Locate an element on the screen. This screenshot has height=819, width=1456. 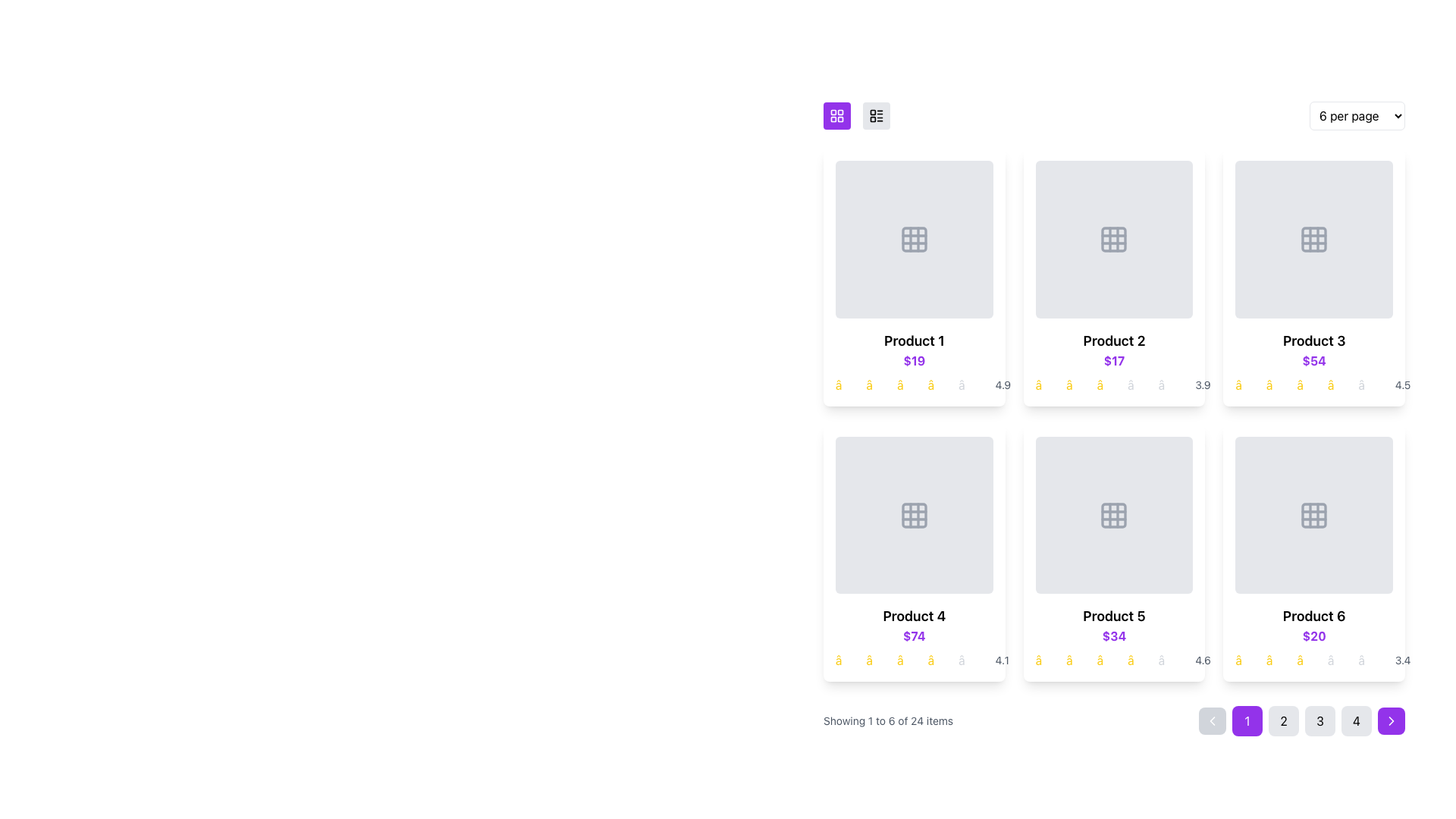
the composite UI element that displays the product's title, price, and rating in the second column of the top row of the grid is located at coordinates (1114, 362).